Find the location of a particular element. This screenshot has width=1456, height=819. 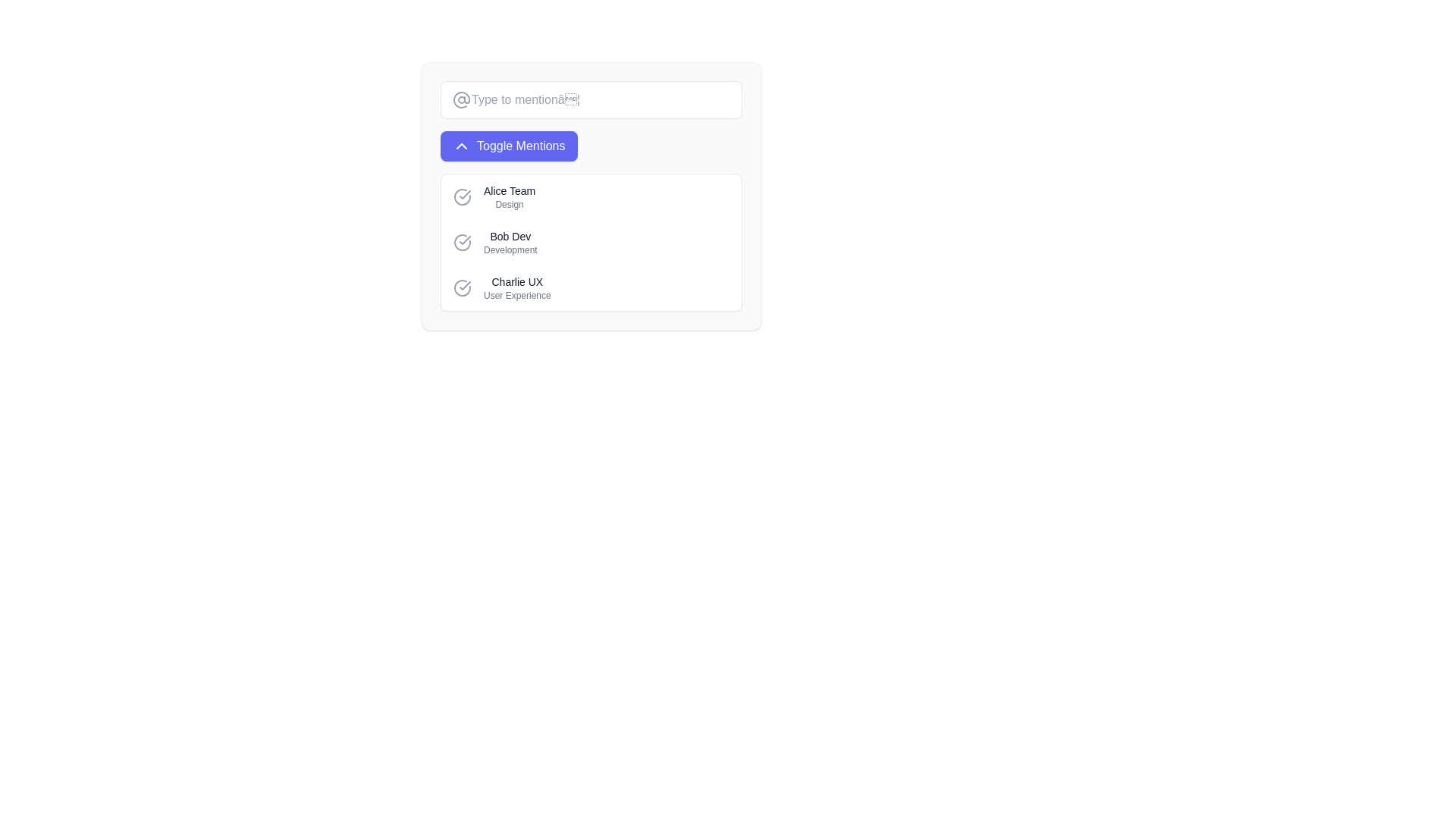

the circular checkmark icon located to the left of the list item for 'Bob Dev' in the second row of the dropdown is located at coordinates (464, 239).